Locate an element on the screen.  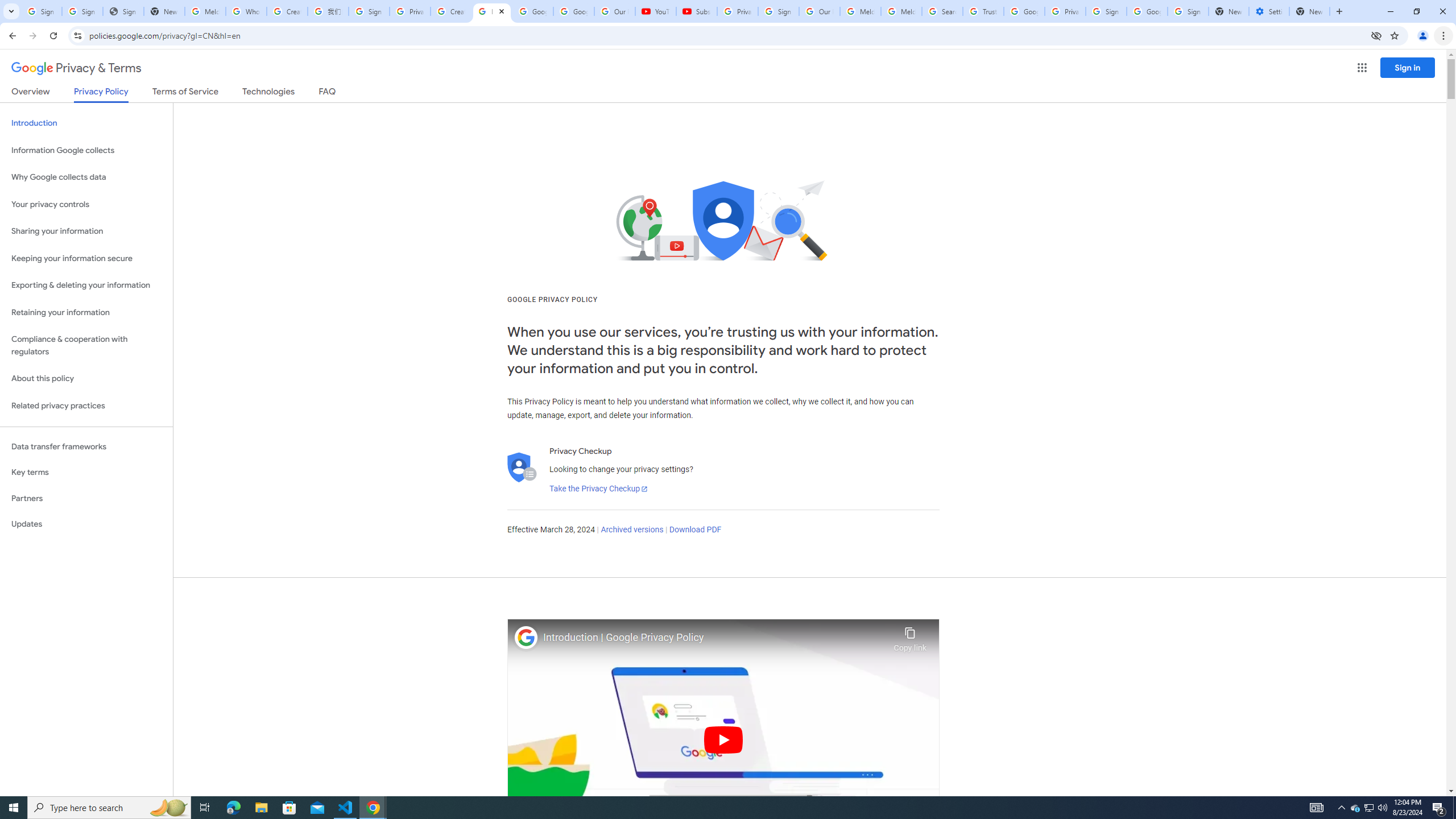
'Download PDF' is located at coordinates (695, 529).